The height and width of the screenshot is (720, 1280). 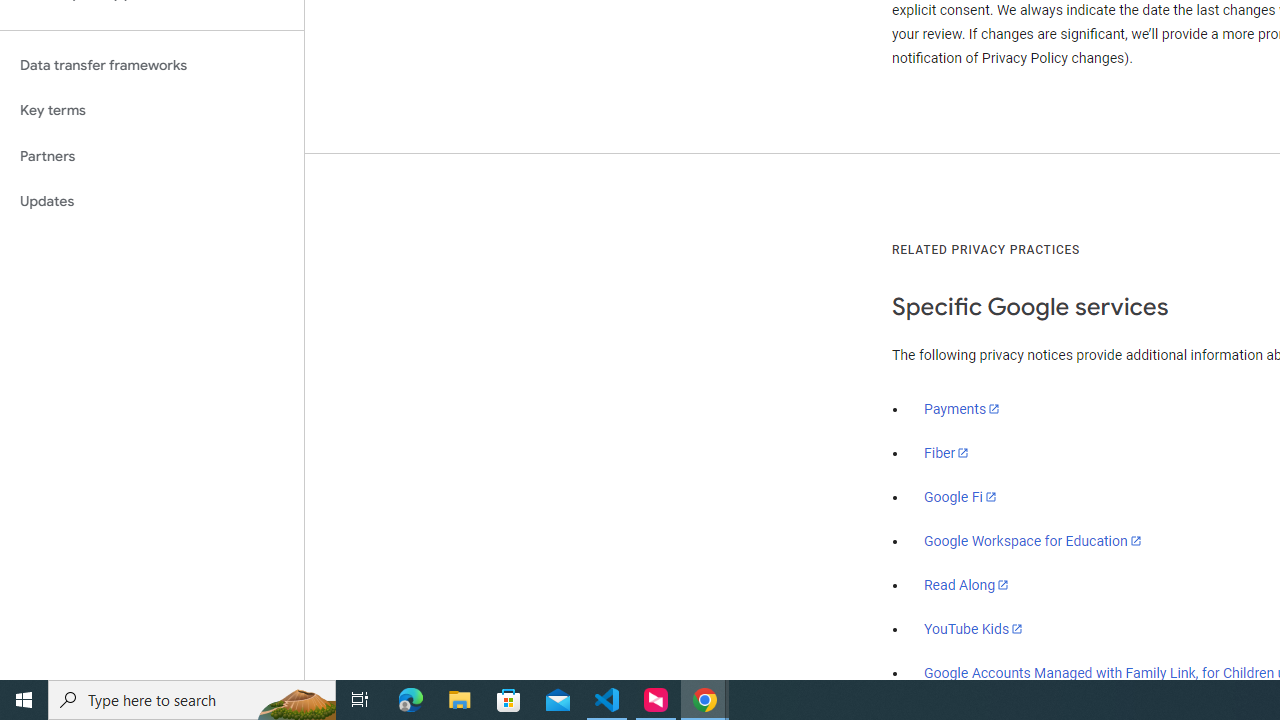 What do you see at coordinates (960, 496) in the screenshot?
I see `'Google Fi'` at bounding box center [960, 496].